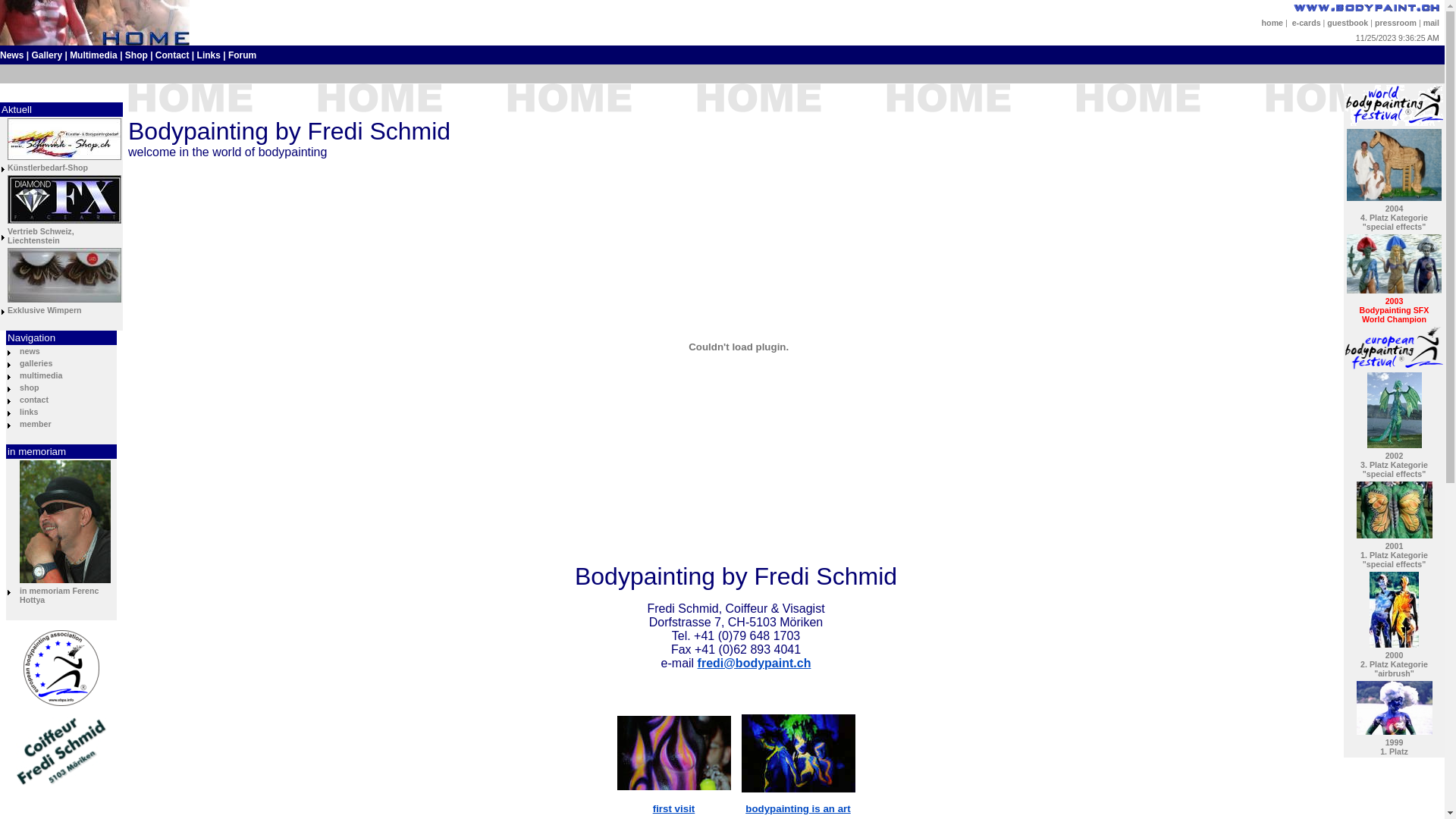 This screenshot has height=819, width=1456. Describe the element at coordinates (136, 55) in the screenshot. I see `'Shop'` at that location.